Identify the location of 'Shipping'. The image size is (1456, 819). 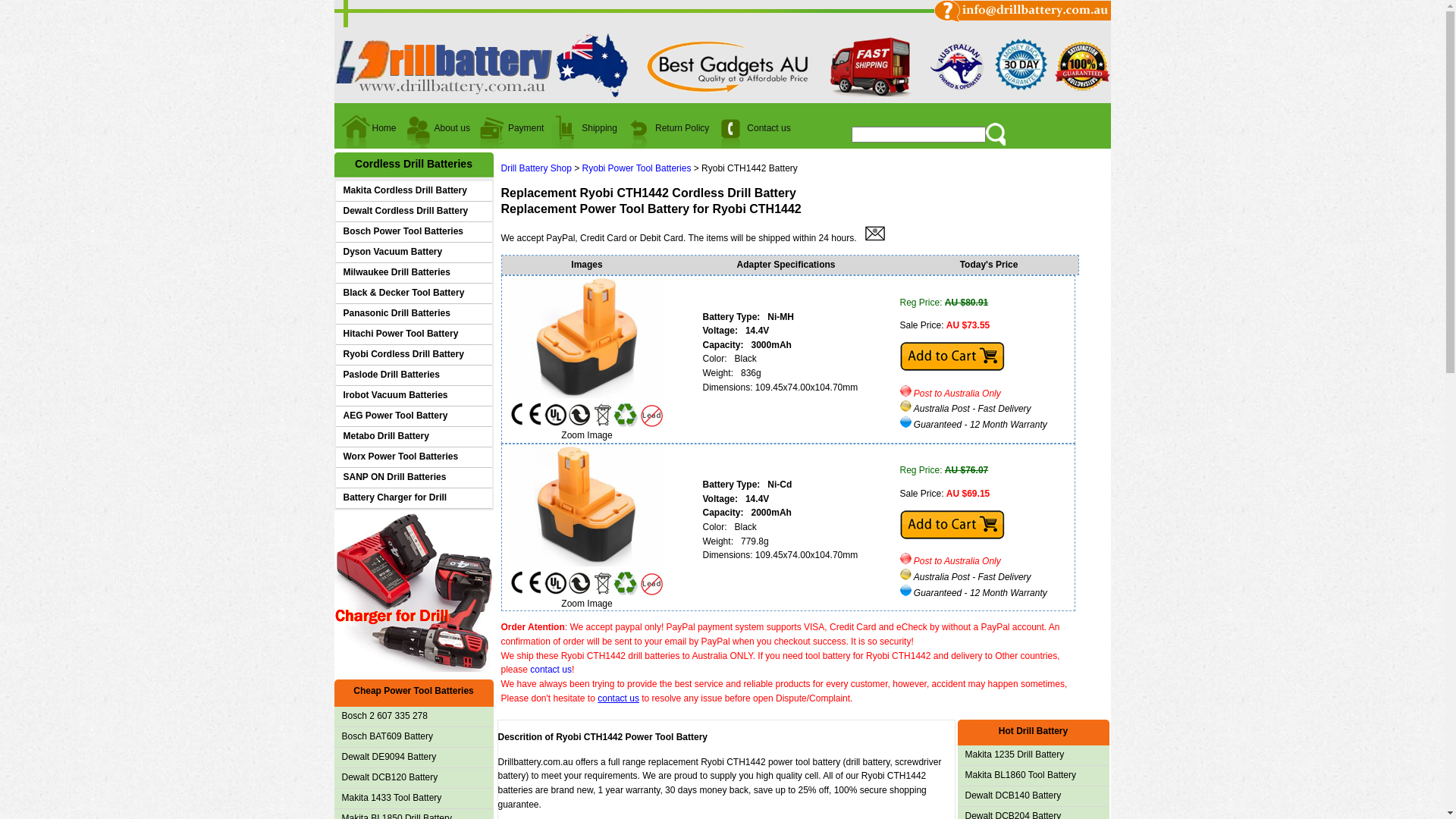
(583, 133).